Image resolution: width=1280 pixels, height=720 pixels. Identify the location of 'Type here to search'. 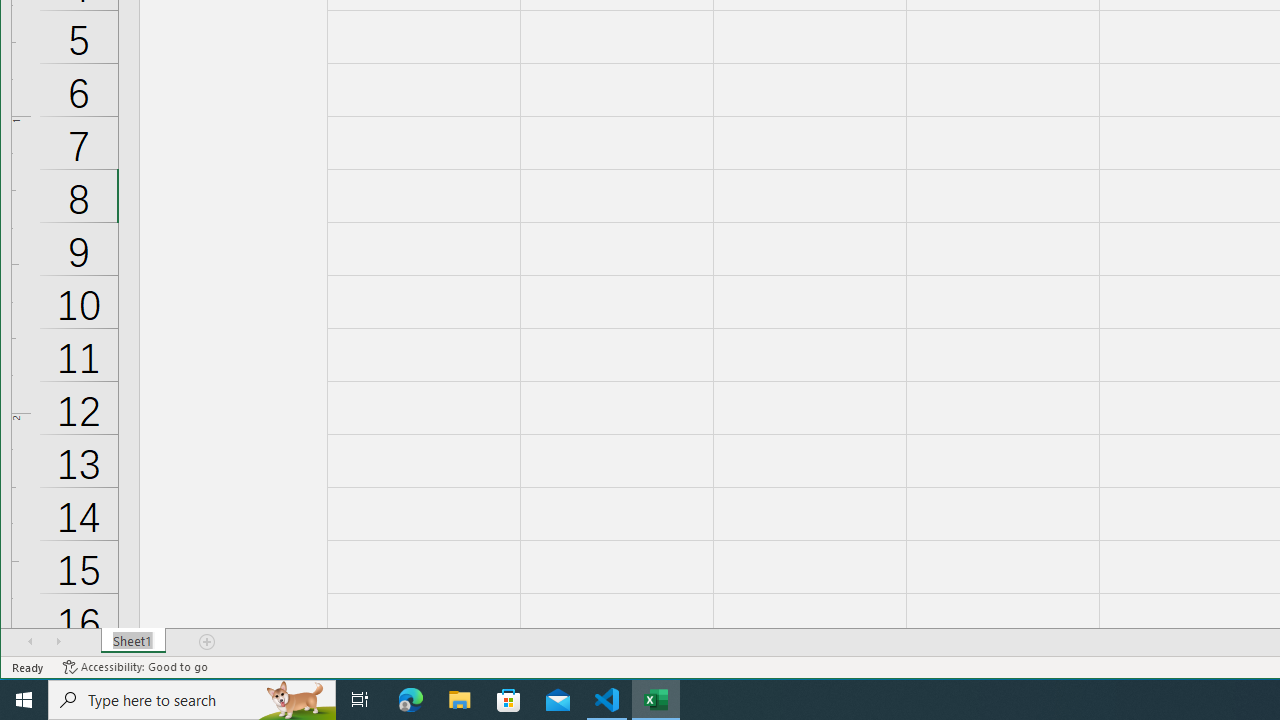
(192, 698).